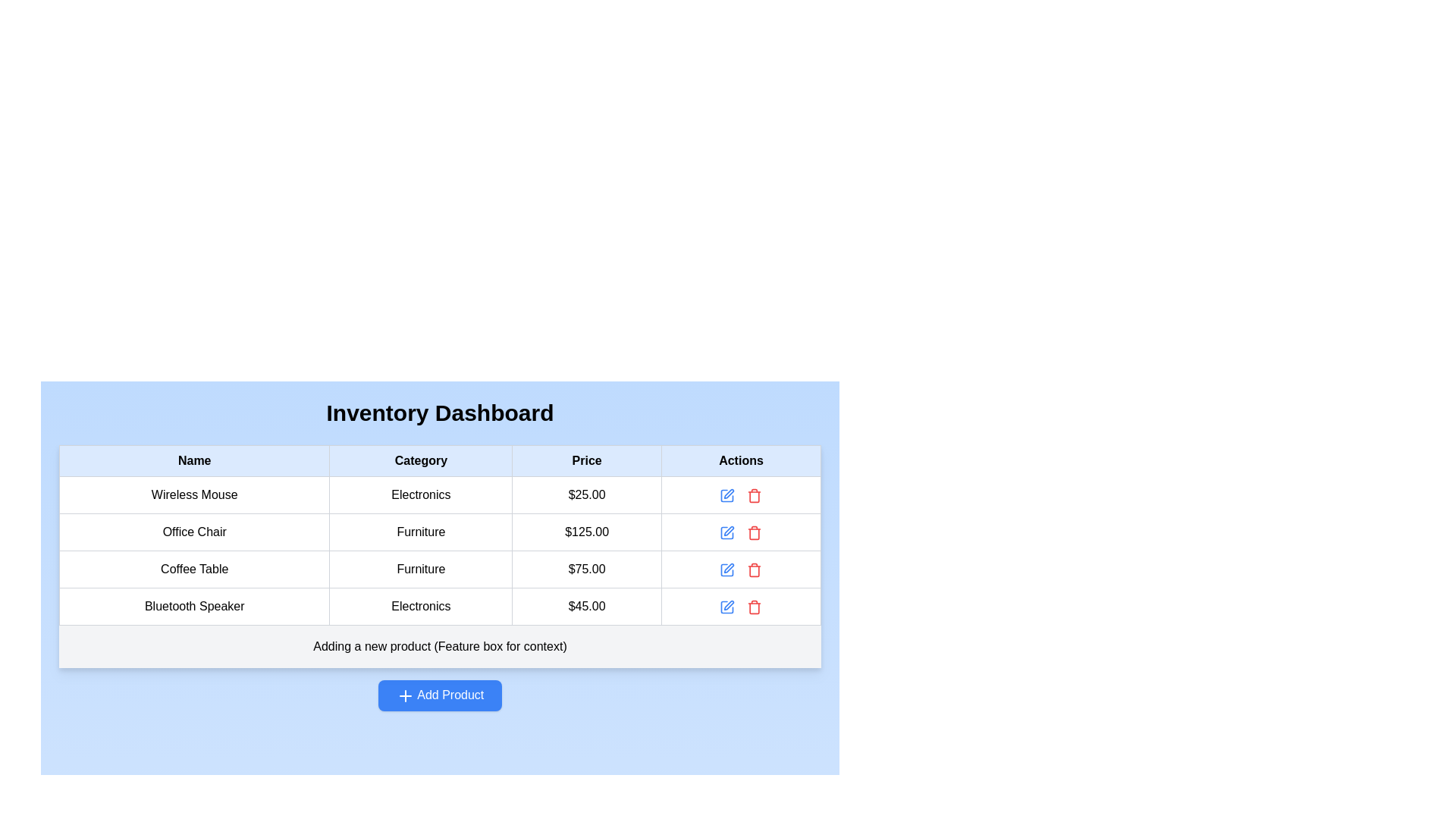 This screenshot has width=1456, height=819. What do you see at coordinates (421, 605) in the screenshot?
I see `the text label displaying 'Electronics' located in the 'Category' column of the last row corresponding to the 'Bluetooth Speaker' item` at bounding box center [421, 605].